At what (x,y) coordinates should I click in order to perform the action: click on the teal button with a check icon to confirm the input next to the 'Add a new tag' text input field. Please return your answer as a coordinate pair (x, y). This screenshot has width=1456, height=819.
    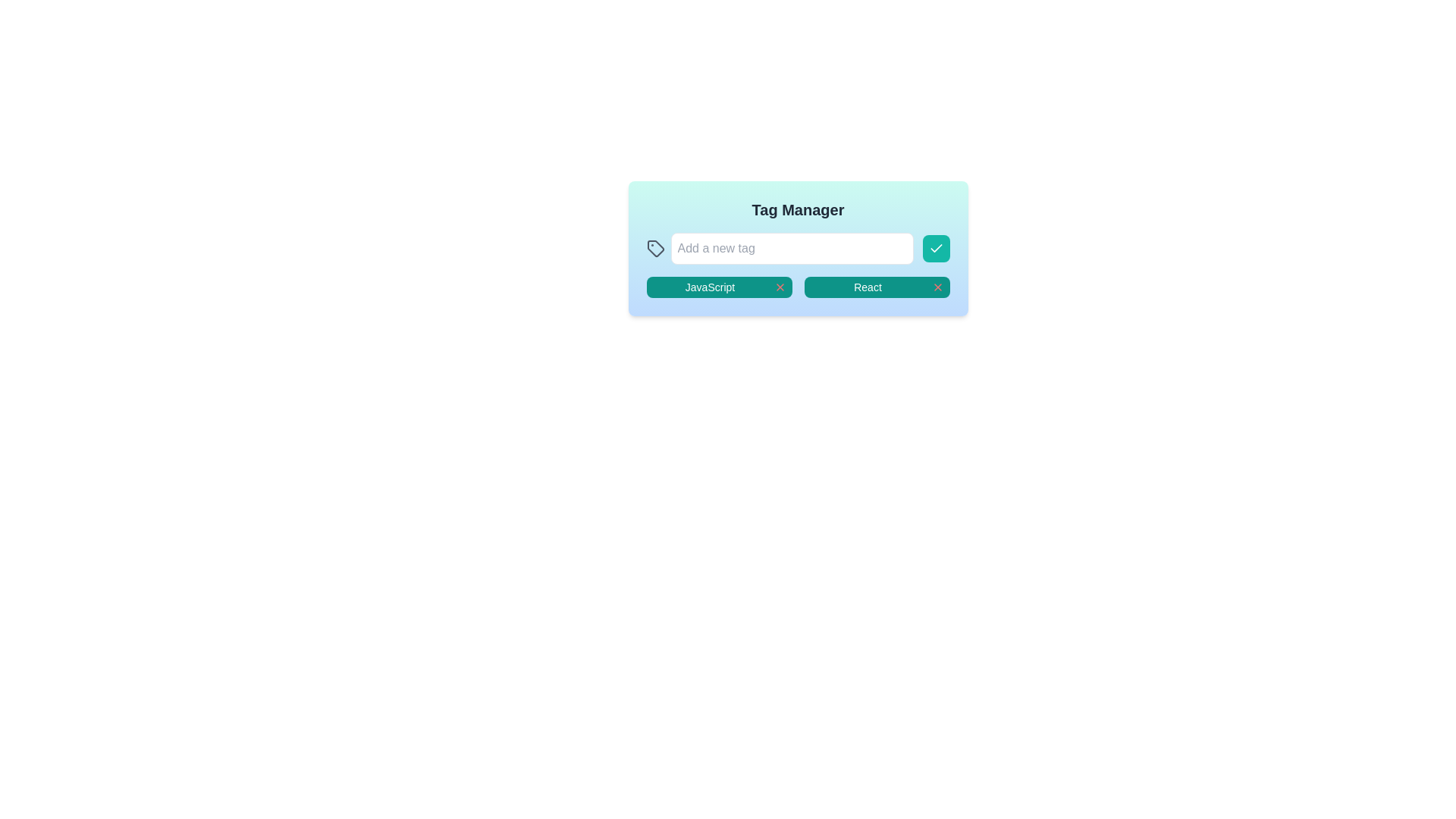
    Looking at the image, I should click on (935, 247).